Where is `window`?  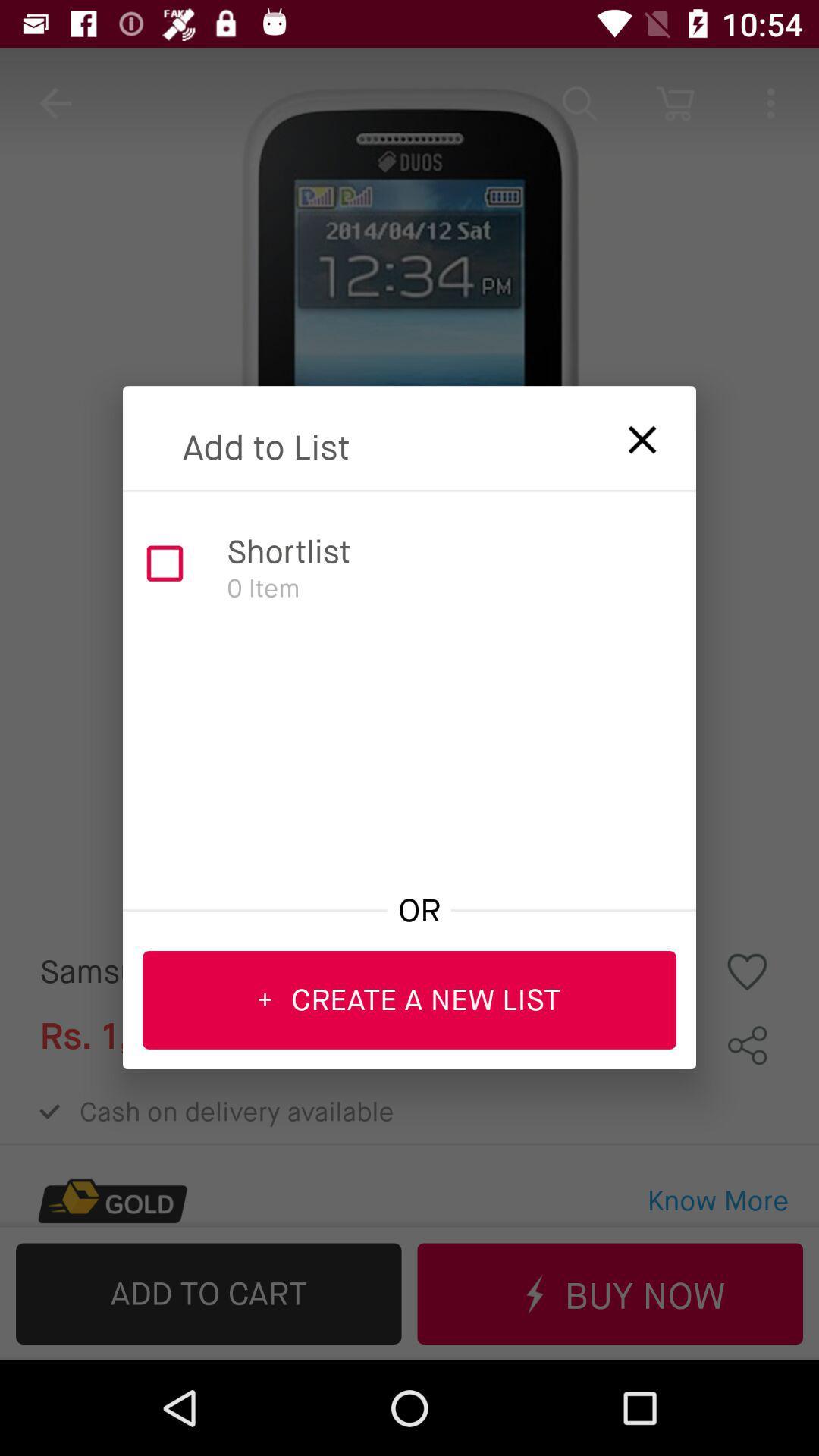
window is located at coordinates (632, 434).